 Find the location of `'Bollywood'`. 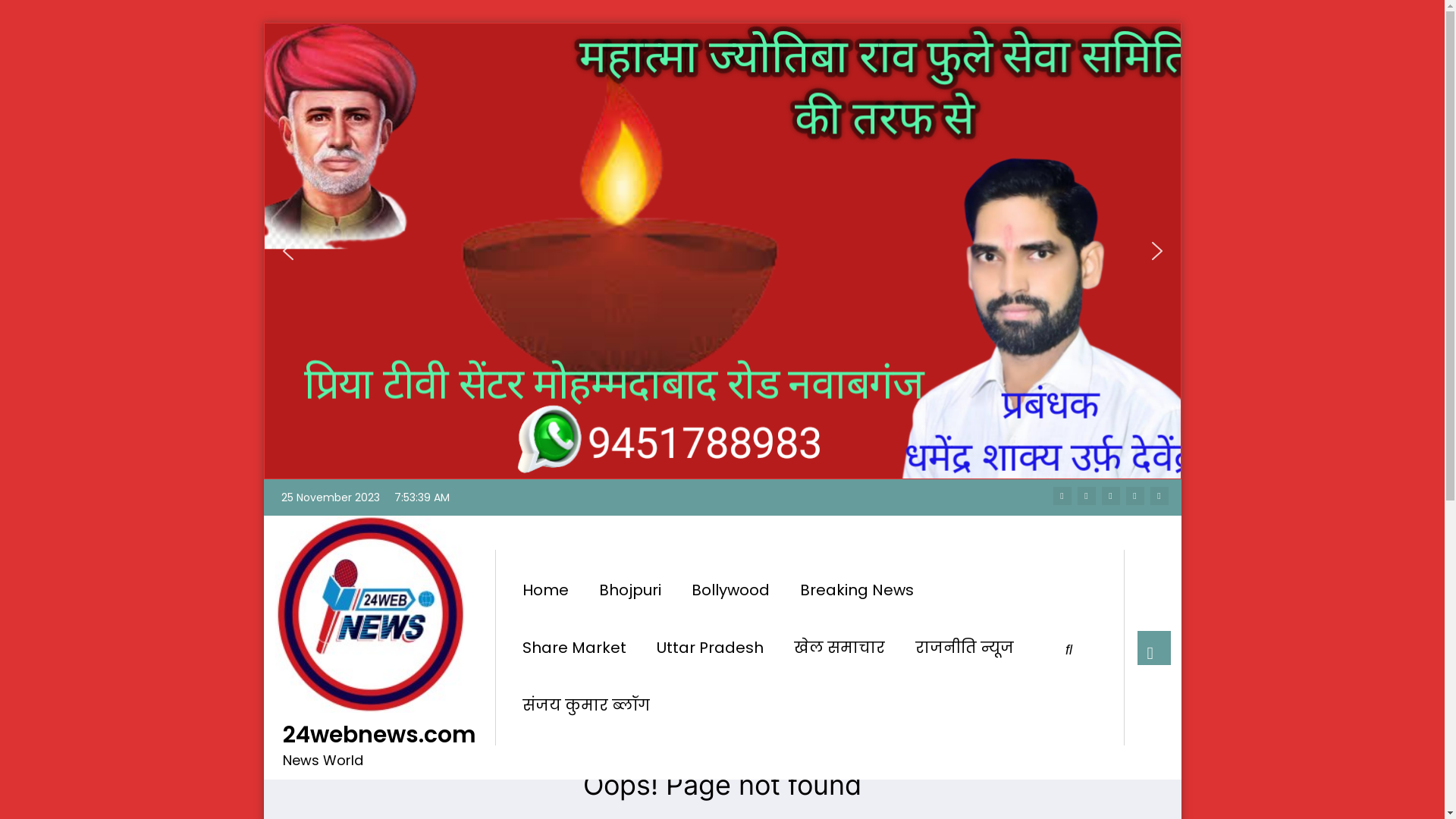

'Bollywood' is located at coordinates (676, 589).